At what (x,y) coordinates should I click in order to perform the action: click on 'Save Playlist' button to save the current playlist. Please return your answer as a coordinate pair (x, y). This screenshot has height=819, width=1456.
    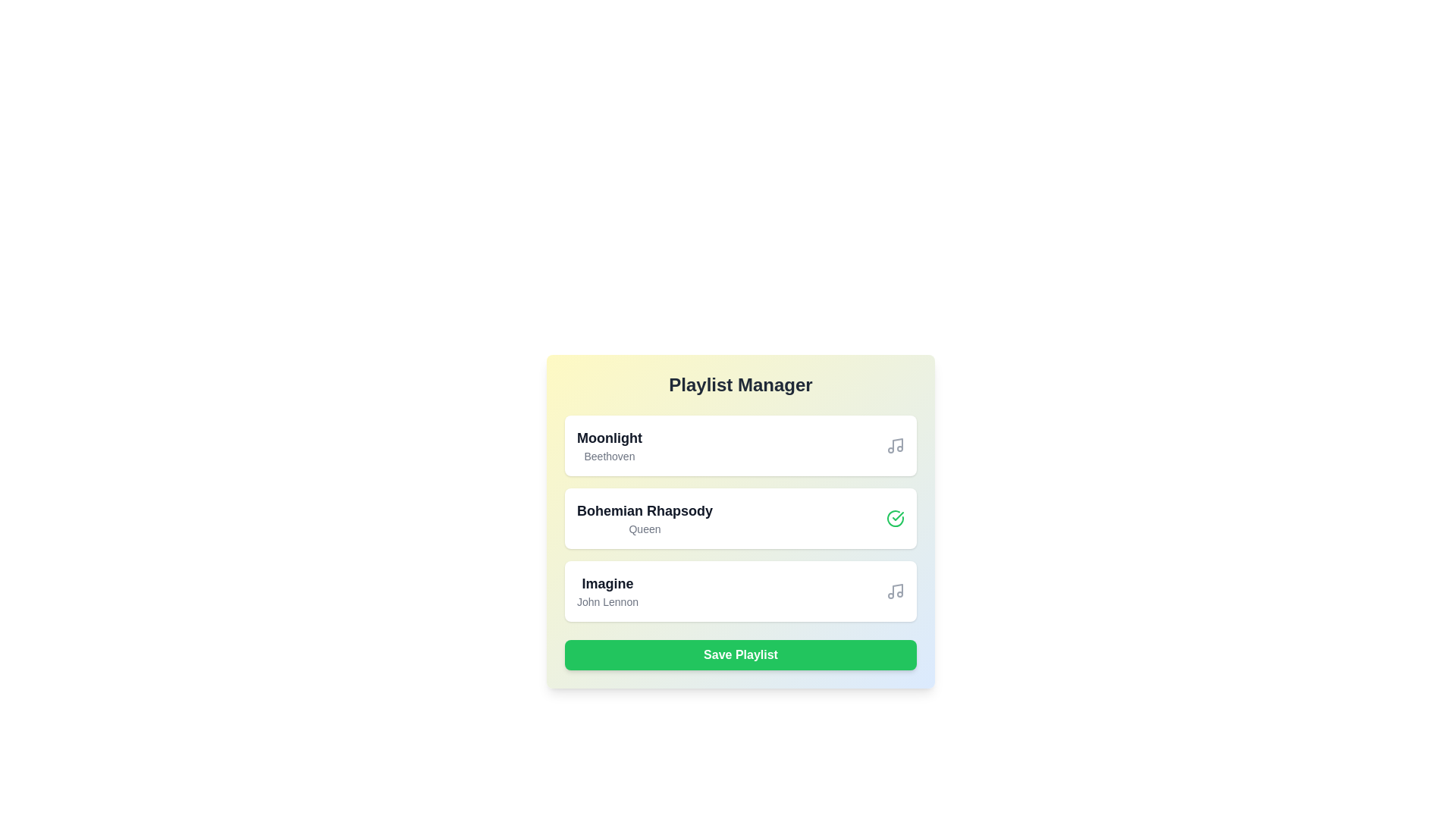
    Looking at the image, I should click on (741, 654).